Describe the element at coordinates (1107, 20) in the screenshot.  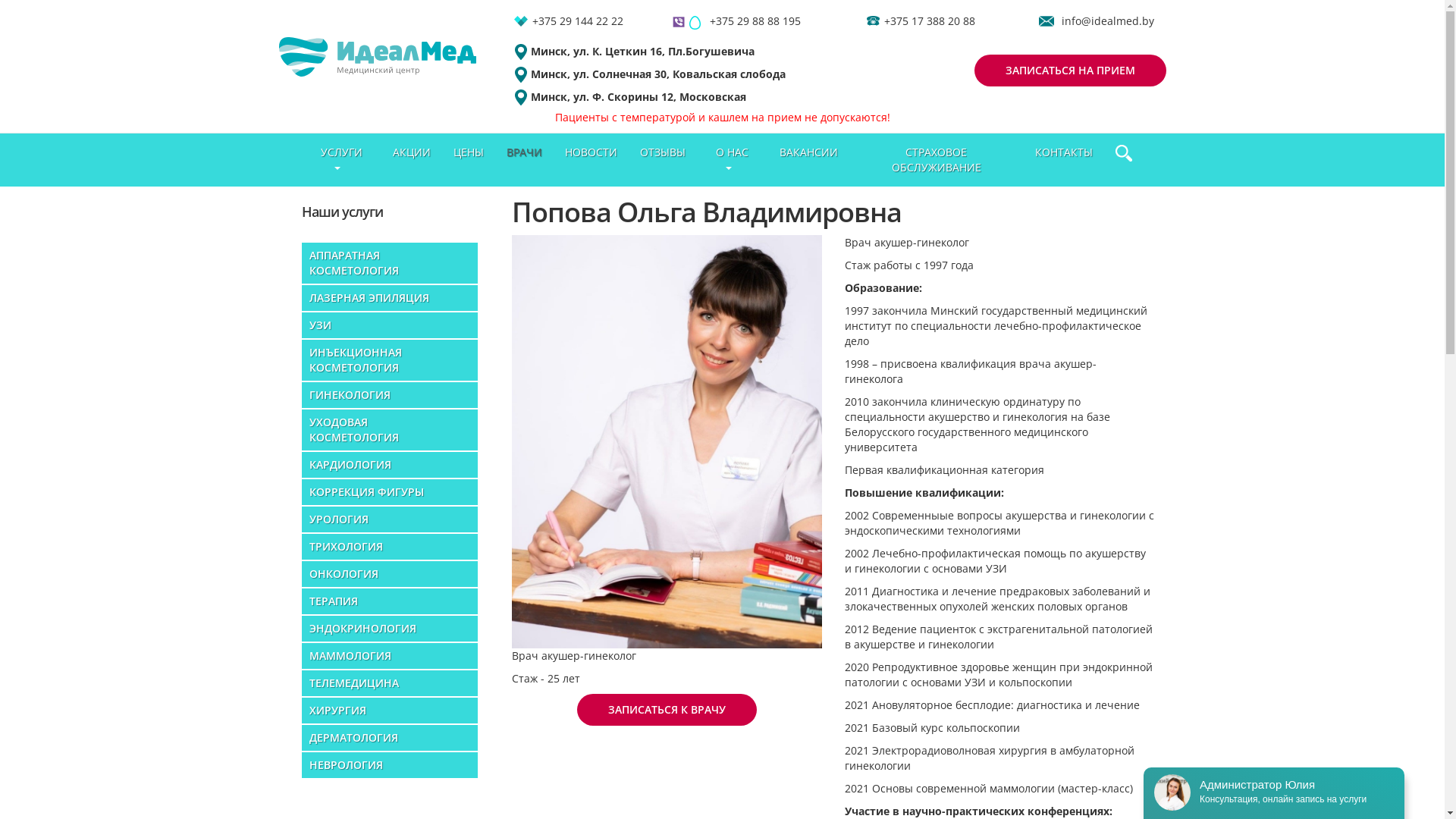
I see `'info@idealmed.by'` at that location.